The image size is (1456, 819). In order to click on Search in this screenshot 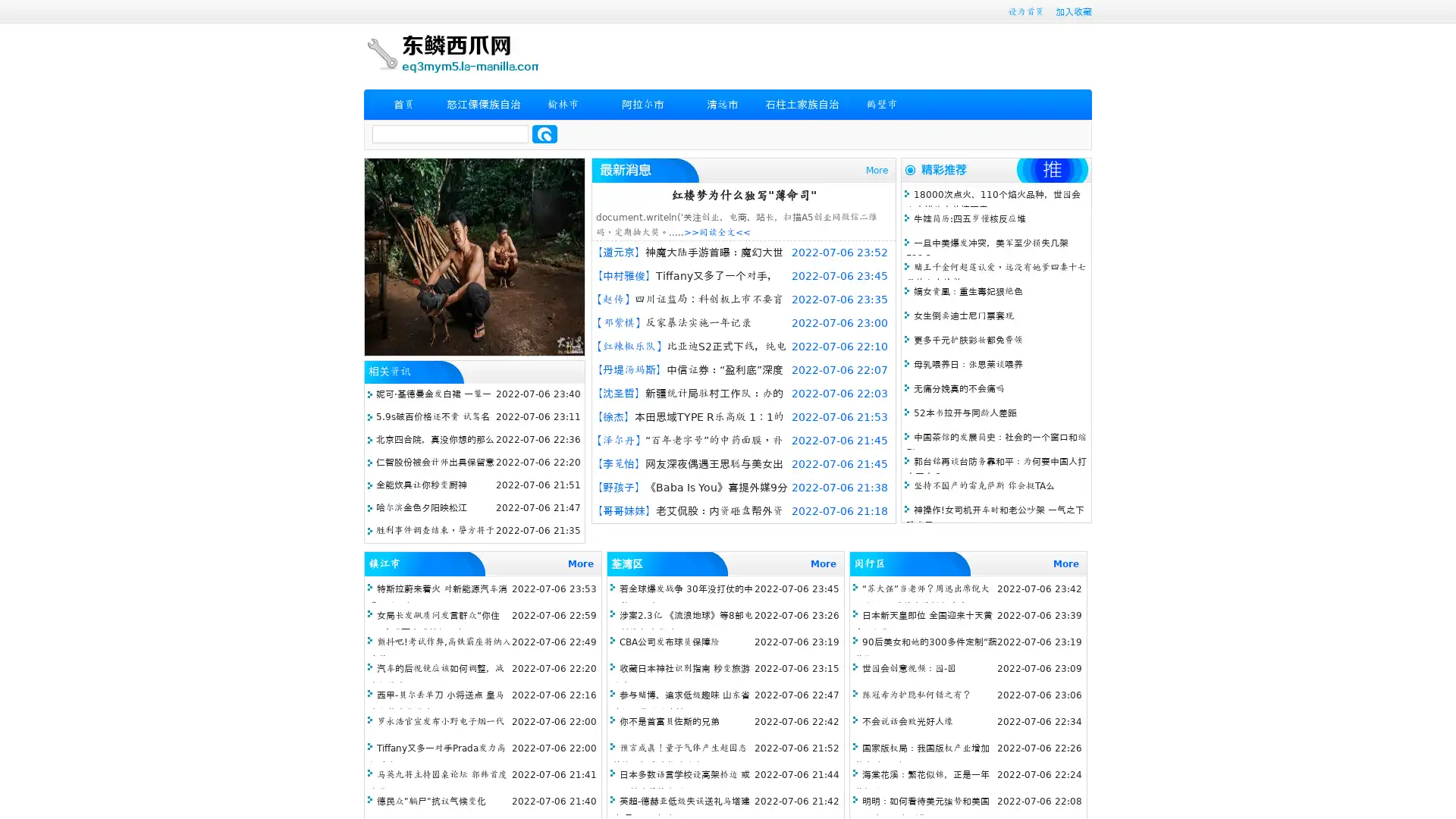, I will do `click(544, 133)`.